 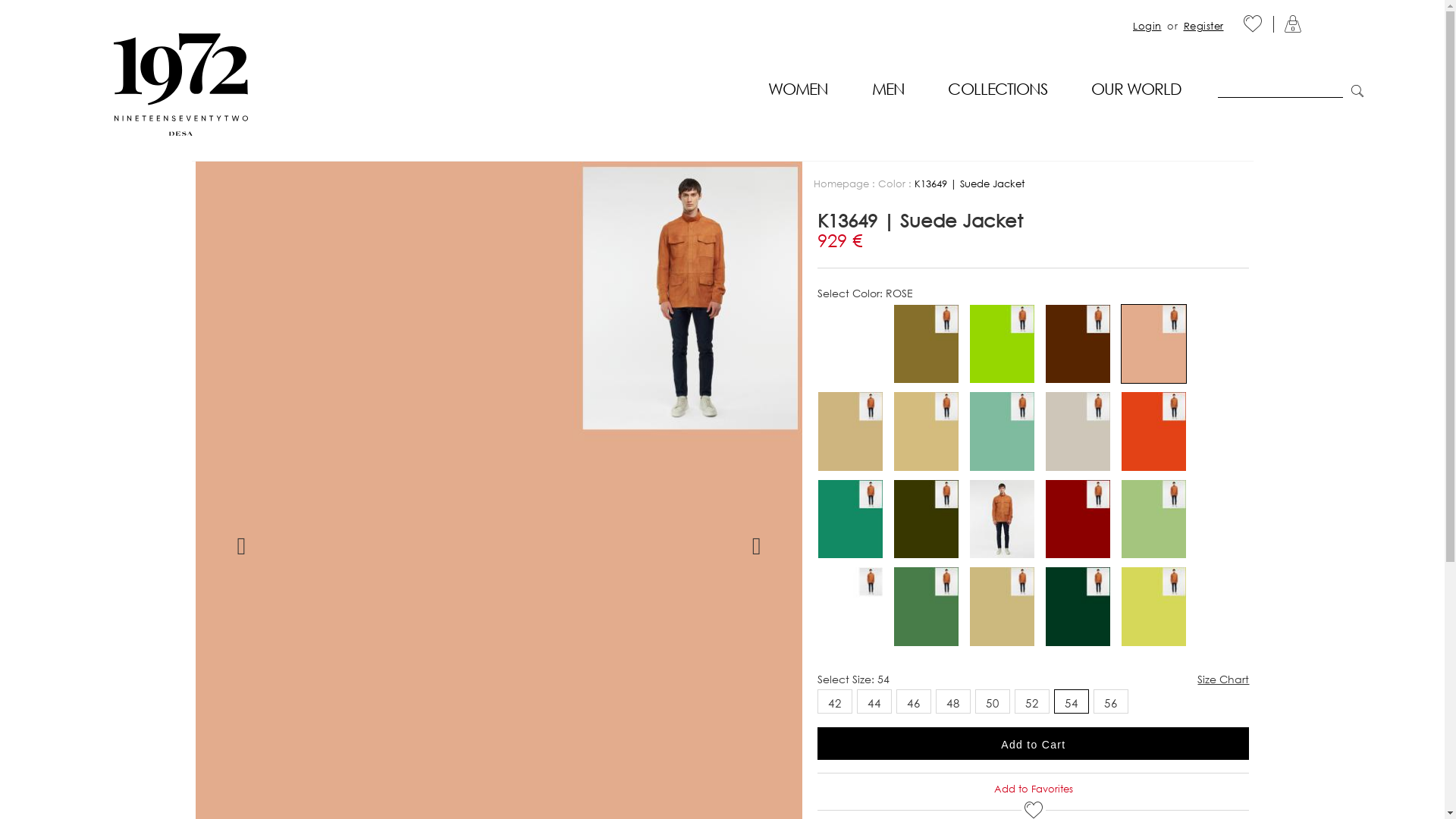 What do you see at coordinates (892, 183) in the screenshot?
I see `'Color'` at bounding box center [892, 183].